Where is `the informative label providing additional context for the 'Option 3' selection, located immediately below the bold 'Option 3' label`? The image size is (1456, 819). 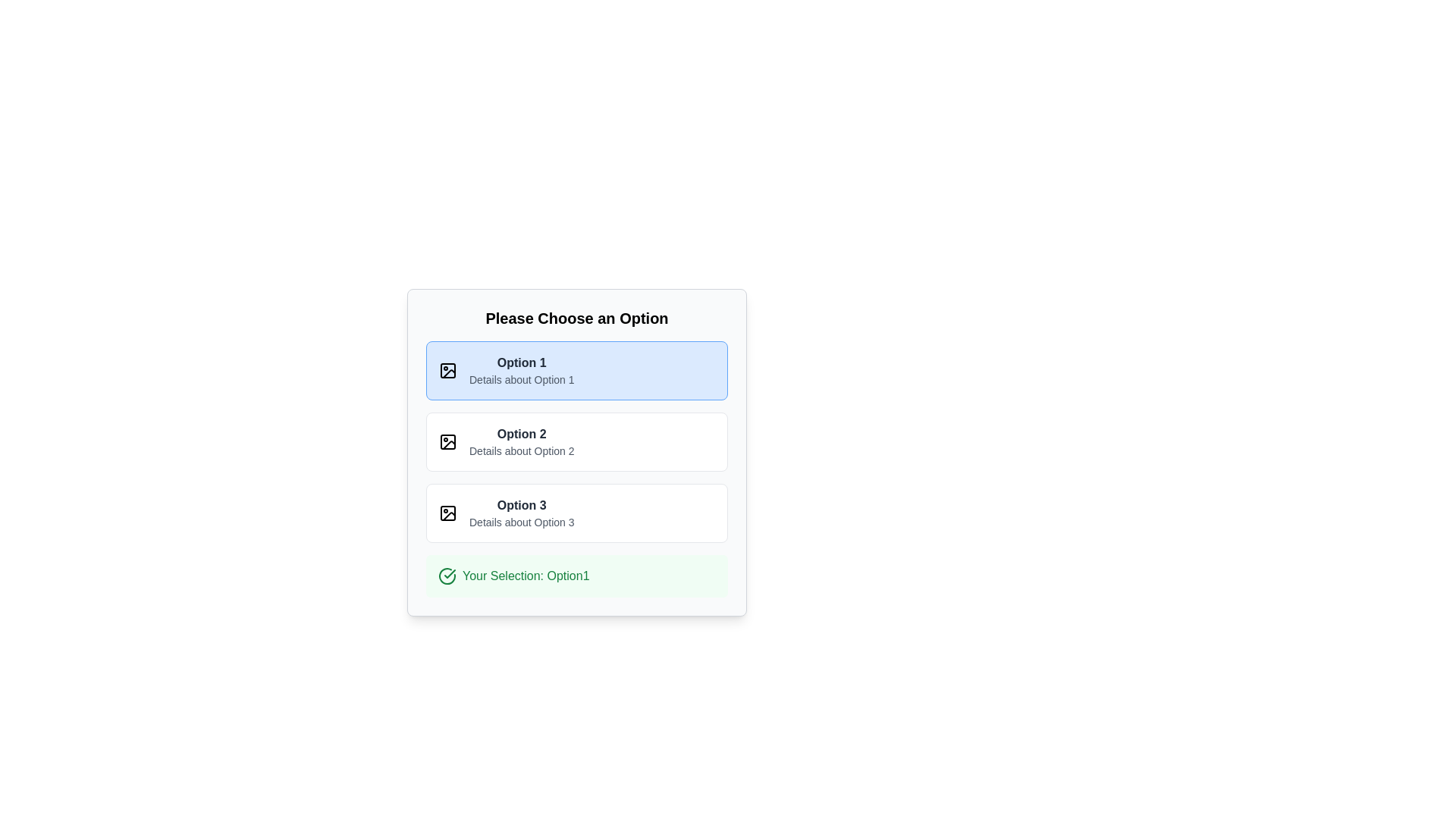 the informative label providing additional context for the 'Option 3' selection, located immediately below the bold 'Option 3' label is located at coordinates (522, 522).